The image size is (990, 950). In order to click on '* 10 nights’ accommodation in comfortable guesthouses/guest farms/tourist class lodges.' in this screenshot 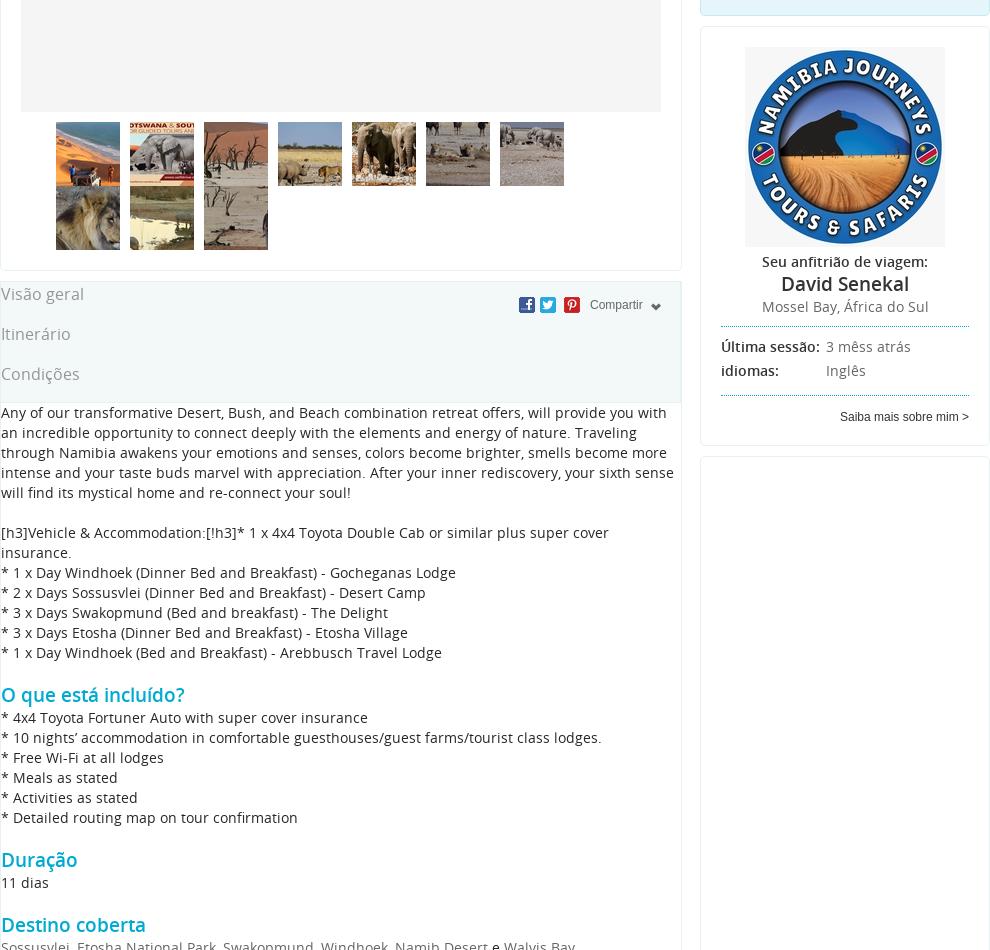, I will do `click(300, 736)`.